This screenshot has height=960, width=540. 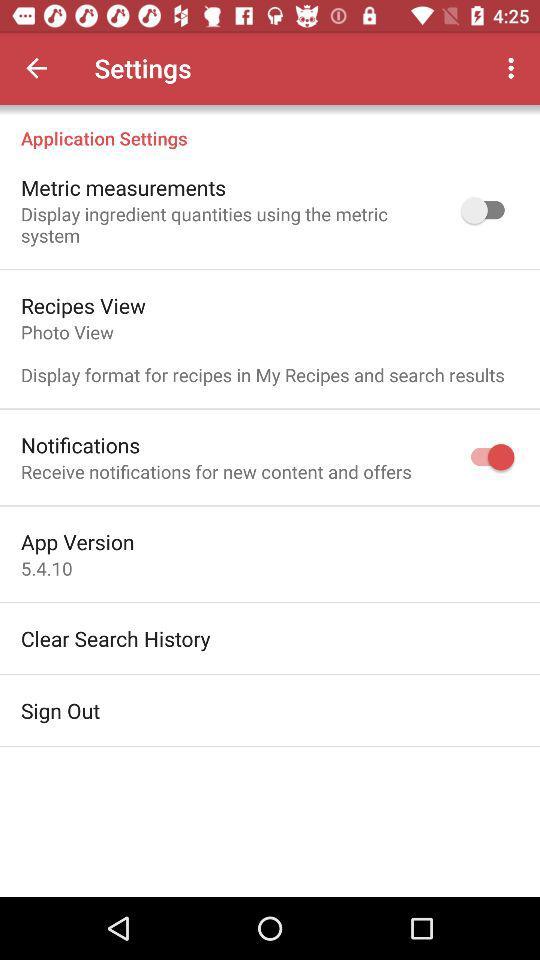 I want to click on the app next to settings app, so click(x=513, y=68).